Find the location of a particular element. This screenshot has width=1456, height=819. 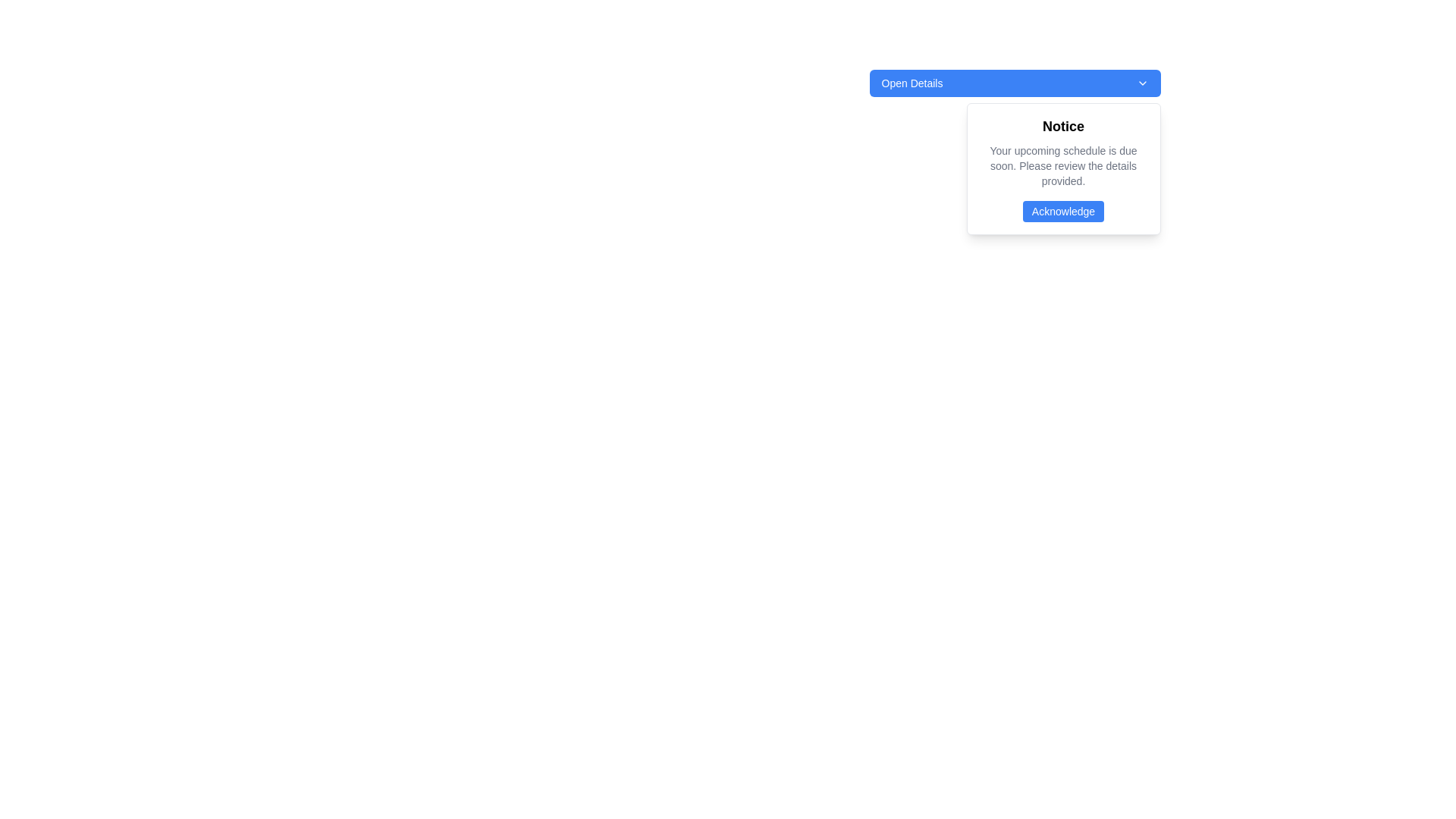

the text block styled with a small font size and gray color, located beneath the heading 'Notice' and above the button labeled 'Acknowledge' is located at coordinates (1062, 166).